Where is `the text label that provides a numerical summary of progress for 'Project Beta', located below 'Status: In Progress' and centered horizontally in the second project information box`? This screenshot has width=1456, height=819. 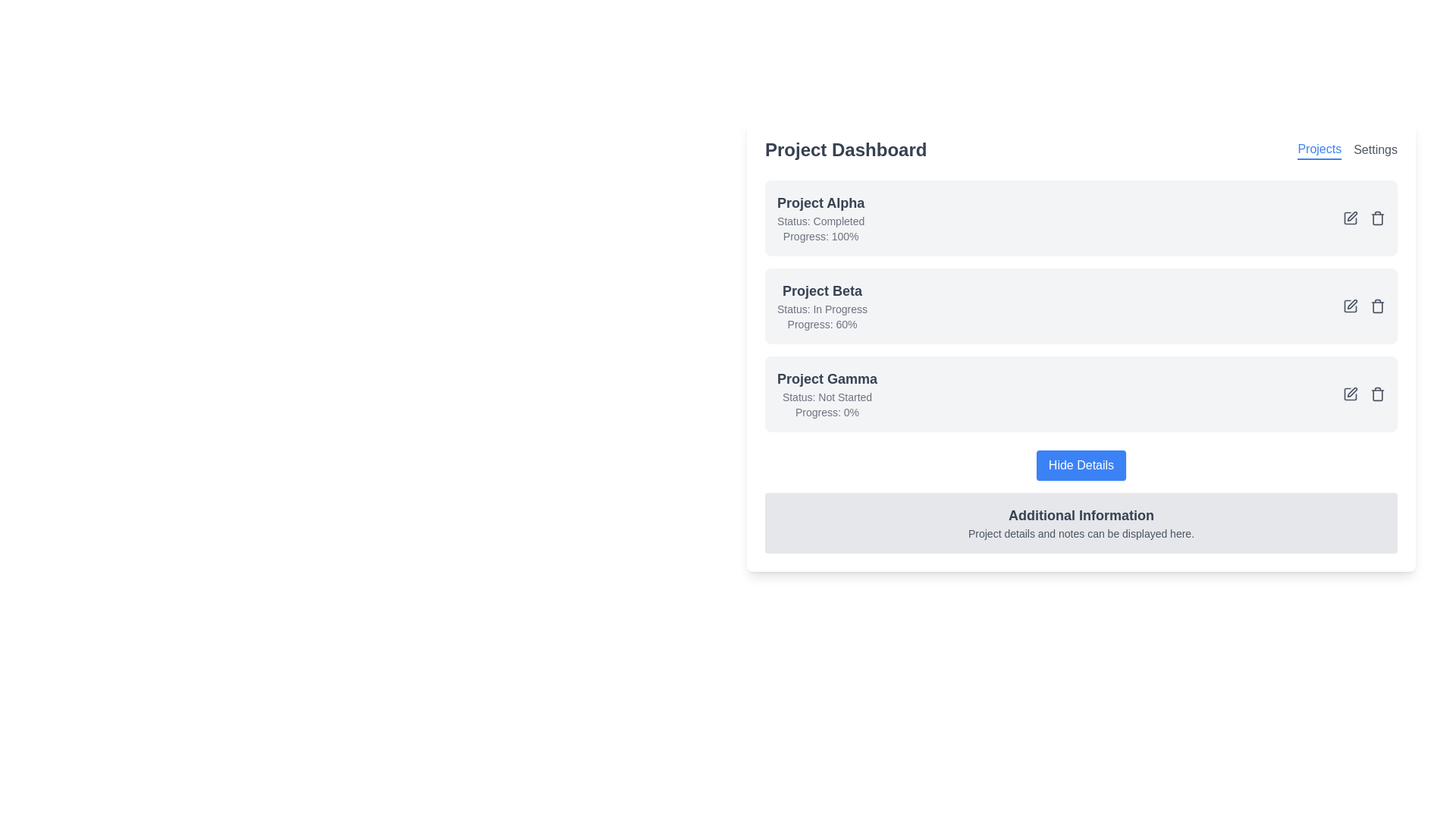
the text label that provides a numerical summary of progress for 'Project Beta', located below 'Status: In Progress' and centered horizontally in the second project information box is located at coordinates (821, 324).